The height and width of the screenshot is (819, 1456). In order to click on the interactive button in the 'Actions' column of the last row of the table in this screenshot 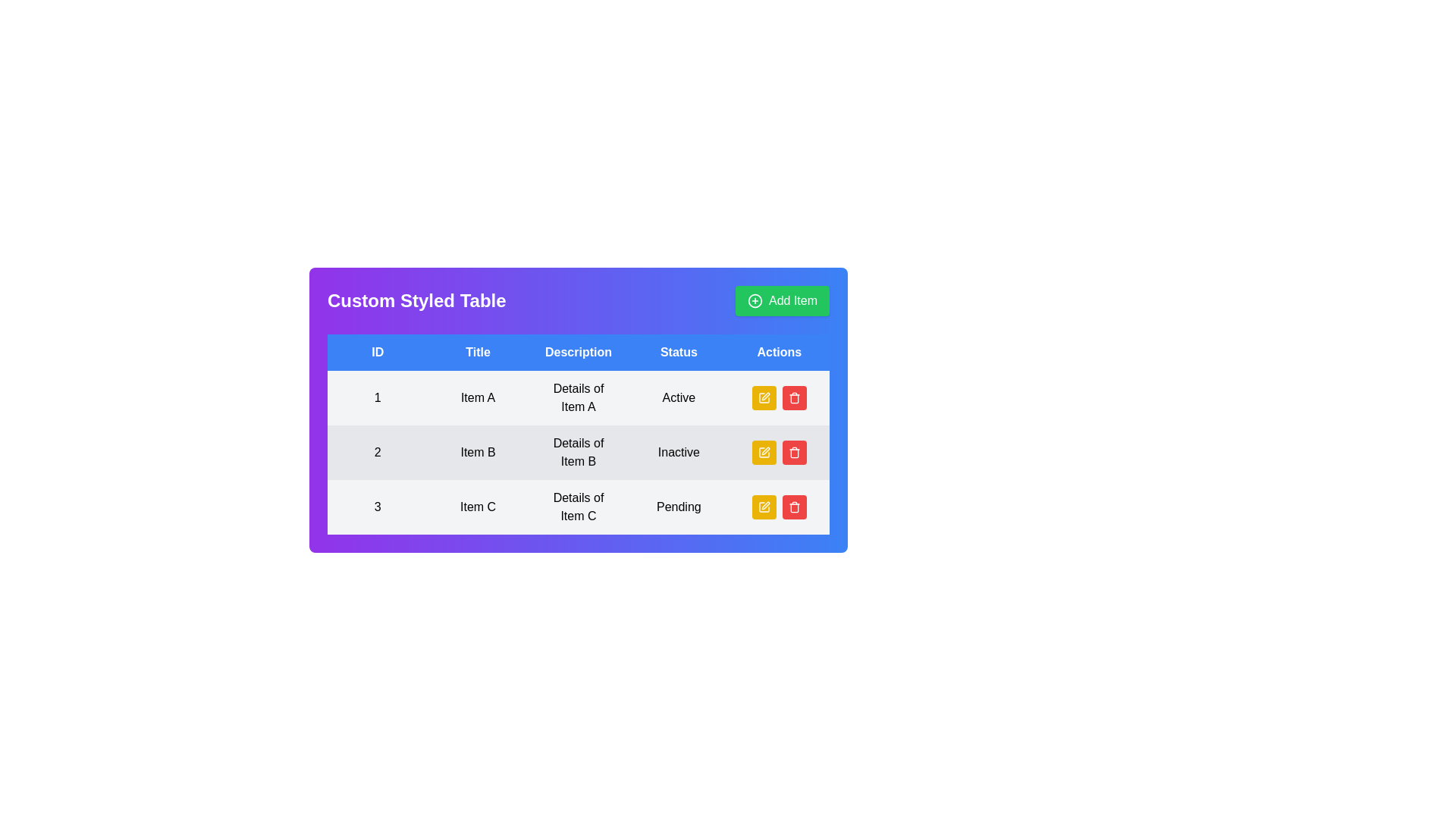, I will do `click(764, 507)`.